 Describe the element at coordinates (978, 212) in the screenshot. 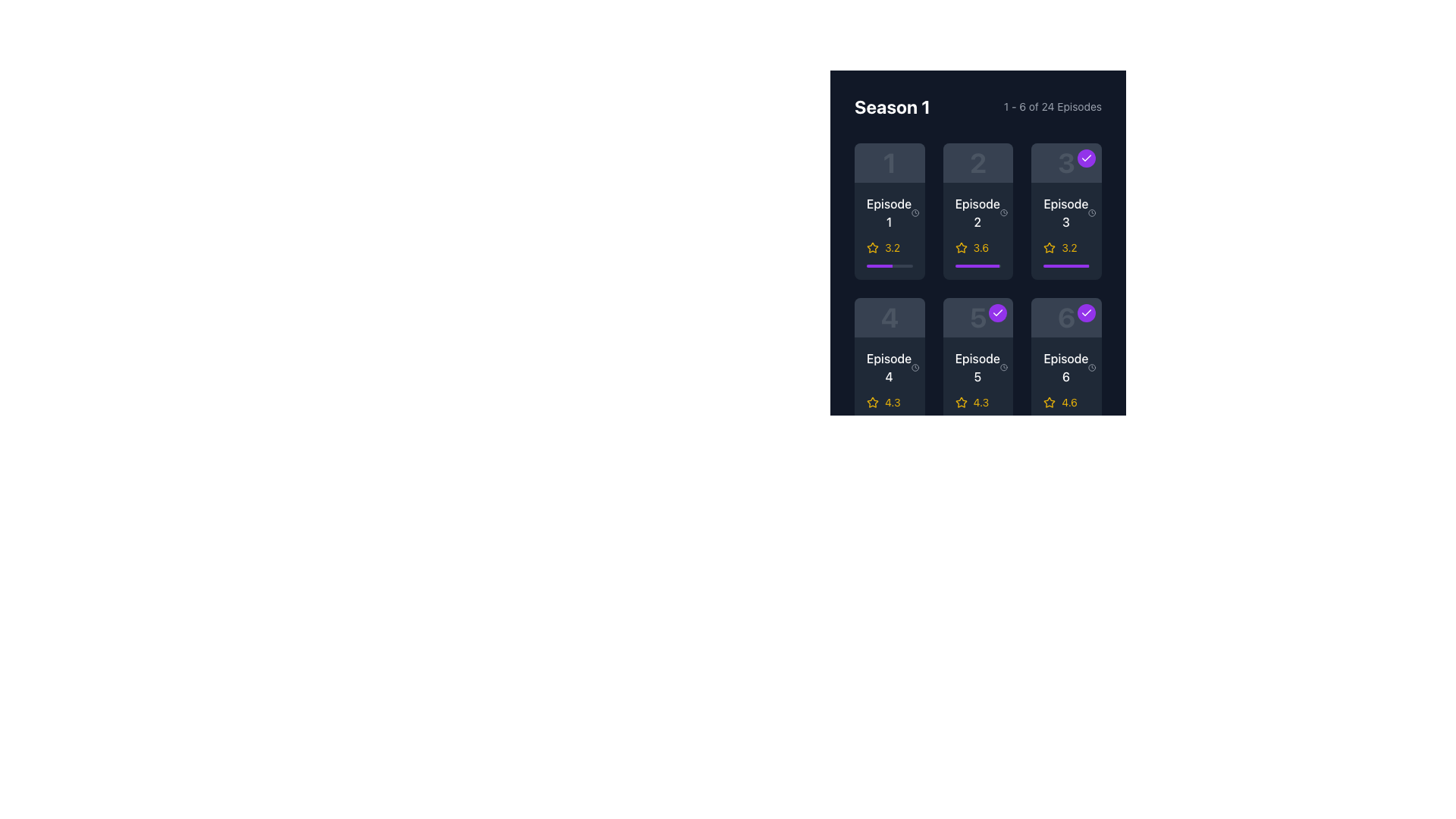

I see `the second episode card in the first row of the grid layout` at that location.